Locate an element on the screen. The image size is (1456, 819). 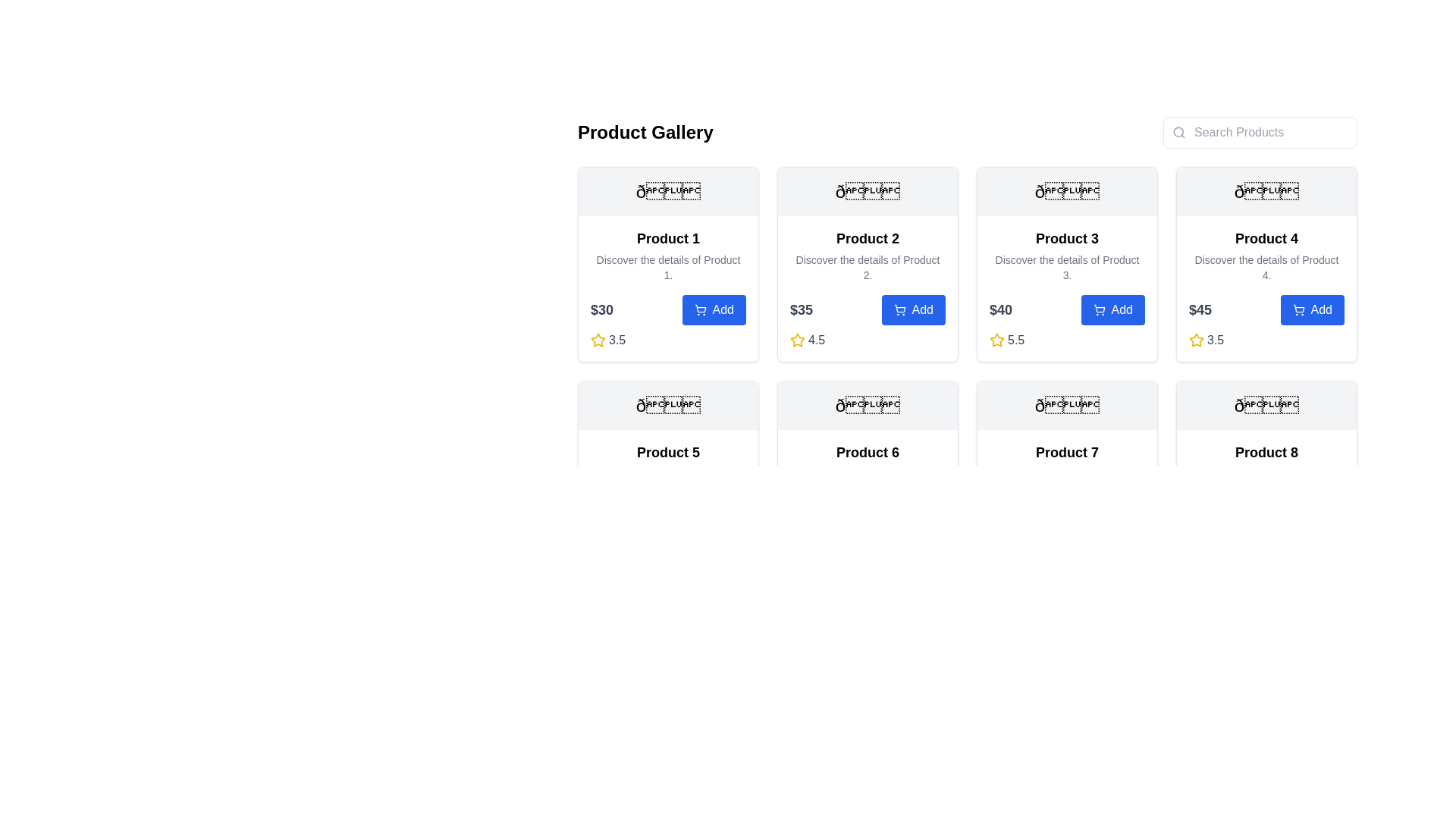
the 'Add' button located in the bottom-right corner of the 'Product 3' card is located at coordinates (1112, 309).